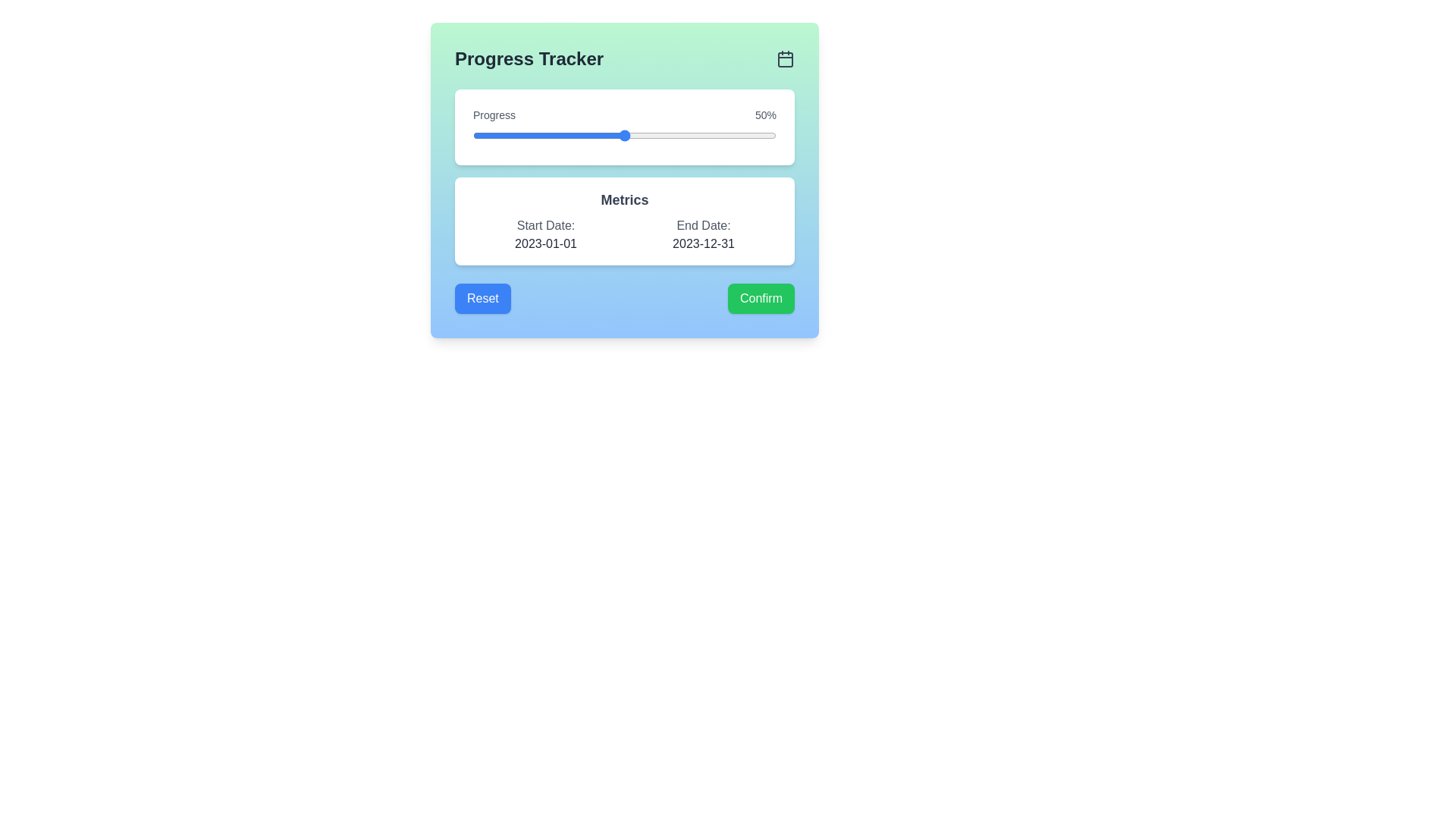  I want to click on the slider value, so click(734, 134).